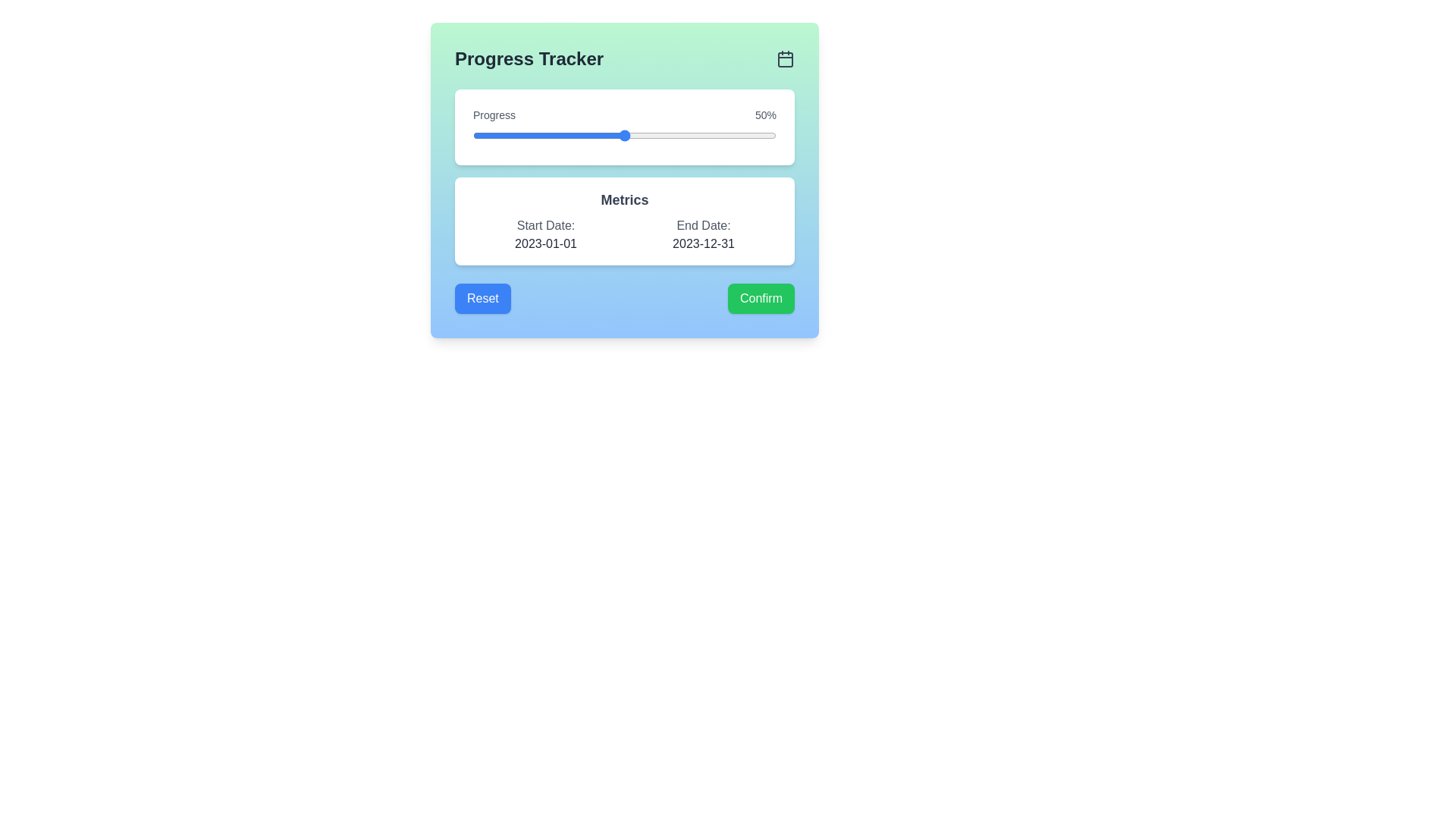  I want to click on the slider value, so click(734, 134).